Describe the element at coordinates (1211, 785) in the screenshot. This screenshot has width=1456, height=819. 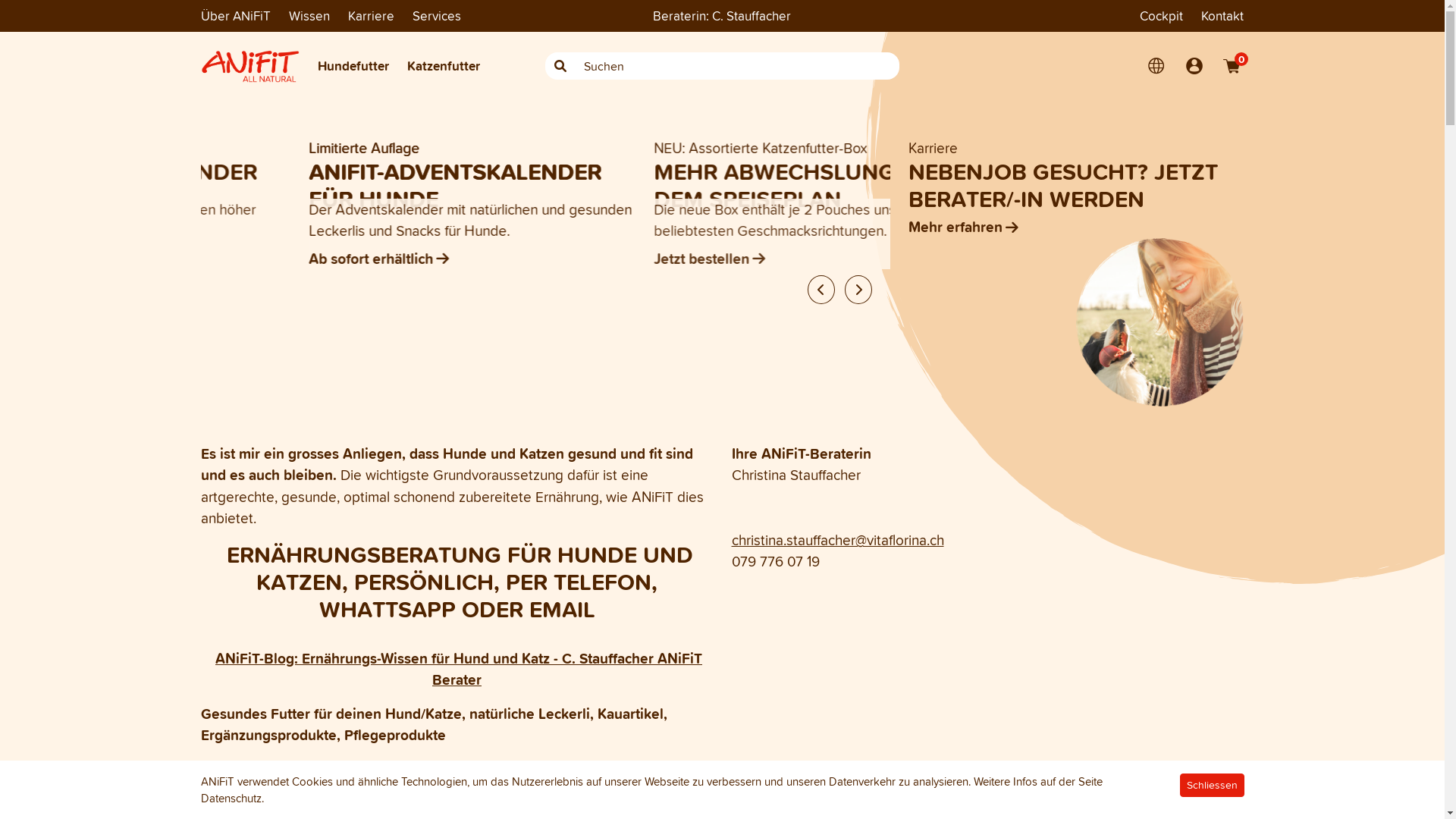
I see `'Schliessen'` at that location.